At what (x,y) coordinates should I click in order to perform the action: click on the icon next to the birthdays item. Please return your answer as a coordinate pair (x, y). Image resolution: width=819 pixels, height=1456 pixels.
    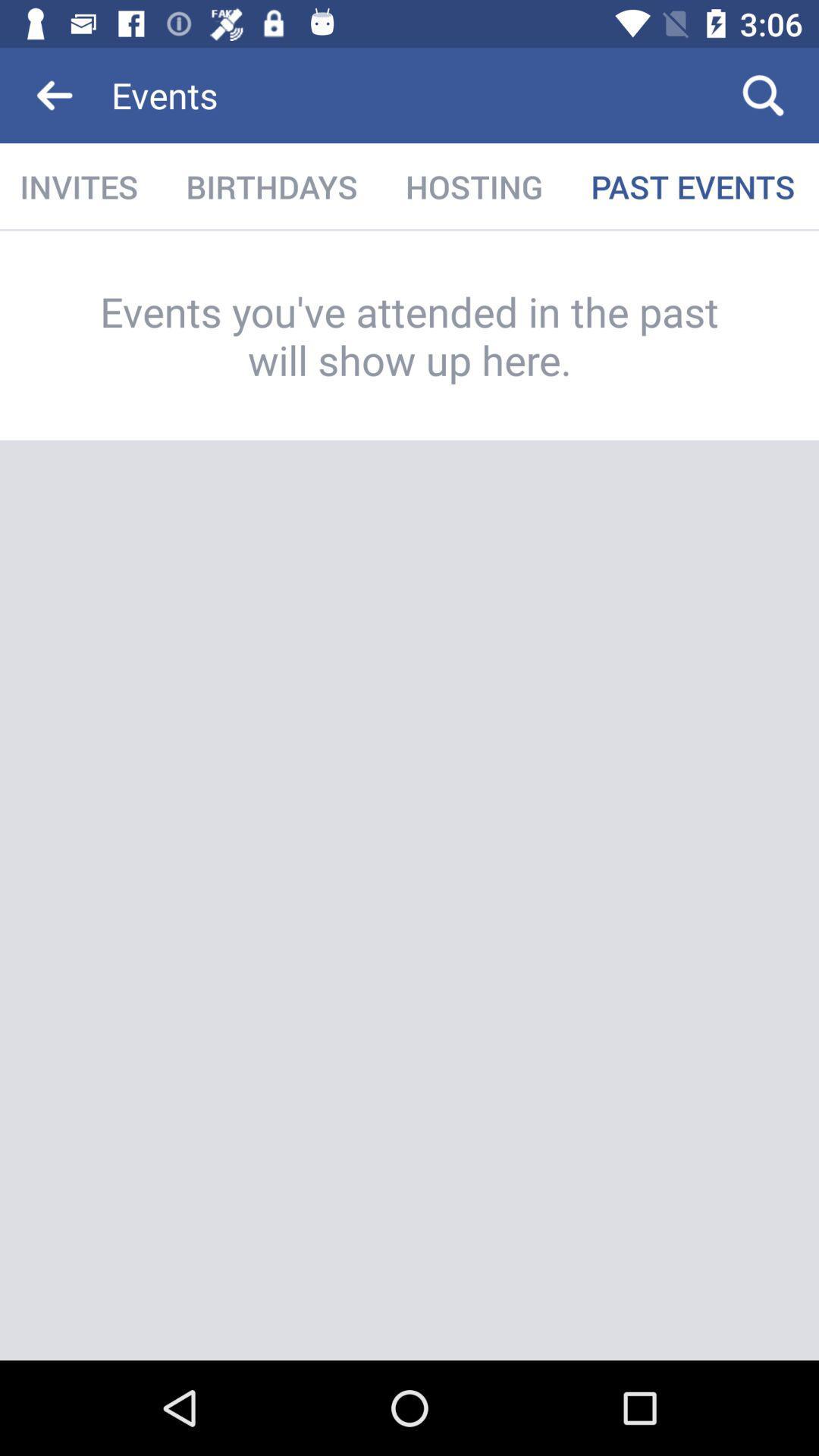
    Looking at the image, I should click on (80, 186).